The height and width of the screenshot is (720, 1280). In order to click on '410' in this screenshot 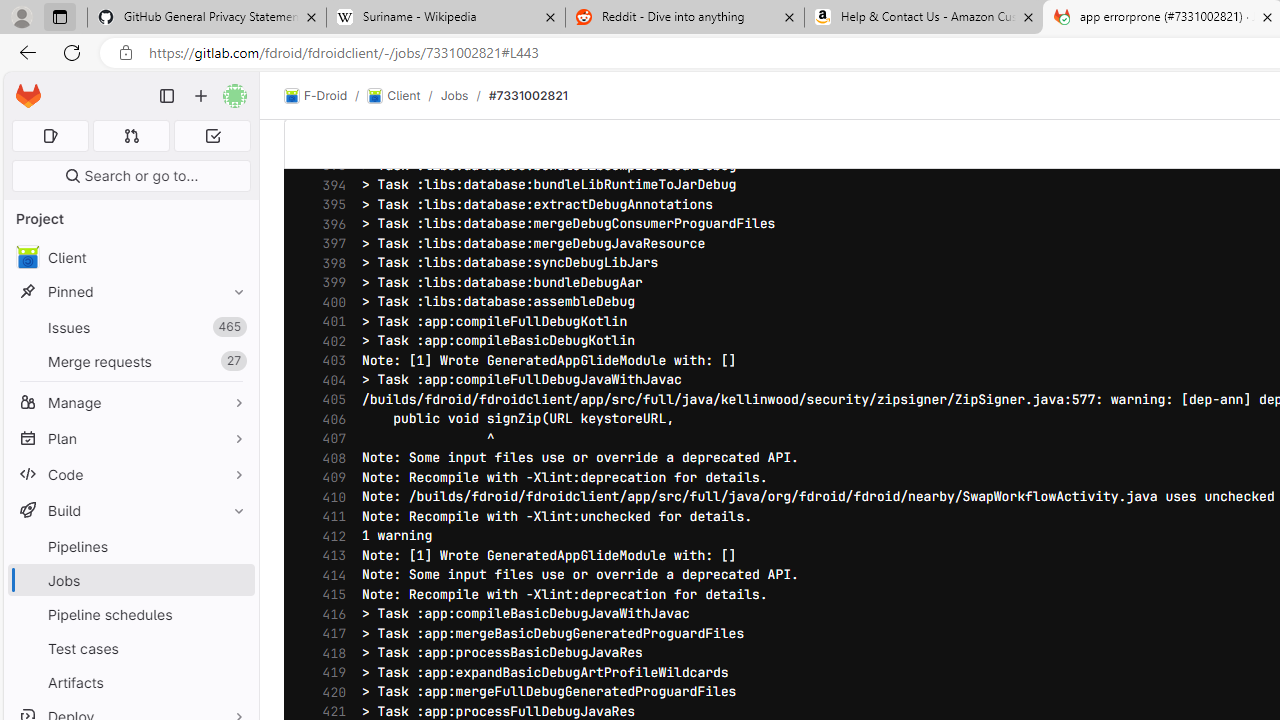, I will do `click(329, 496)`.